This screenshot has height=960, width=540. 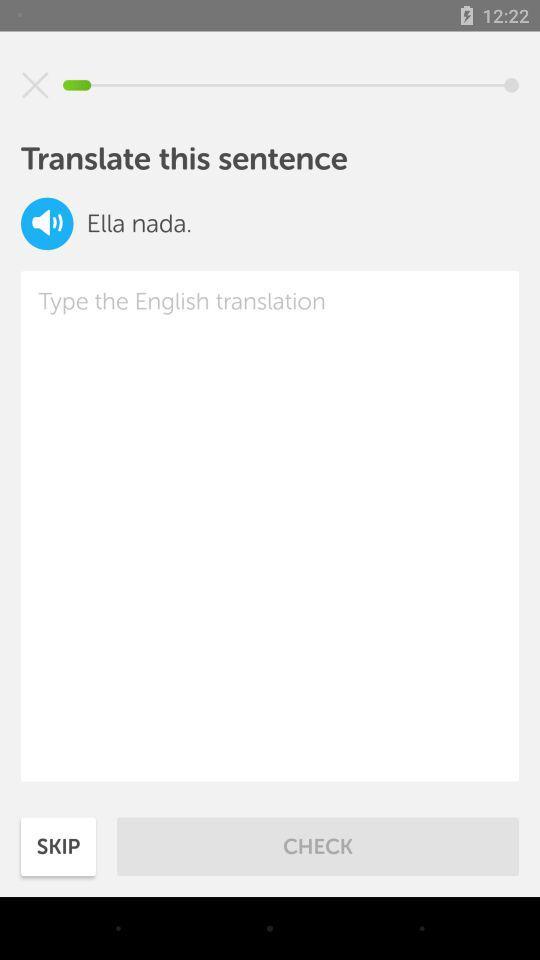 What do you see at coordinates (47, 223) in the screenshot?
I see `audio of sentence` at bounding box center [47, 223].